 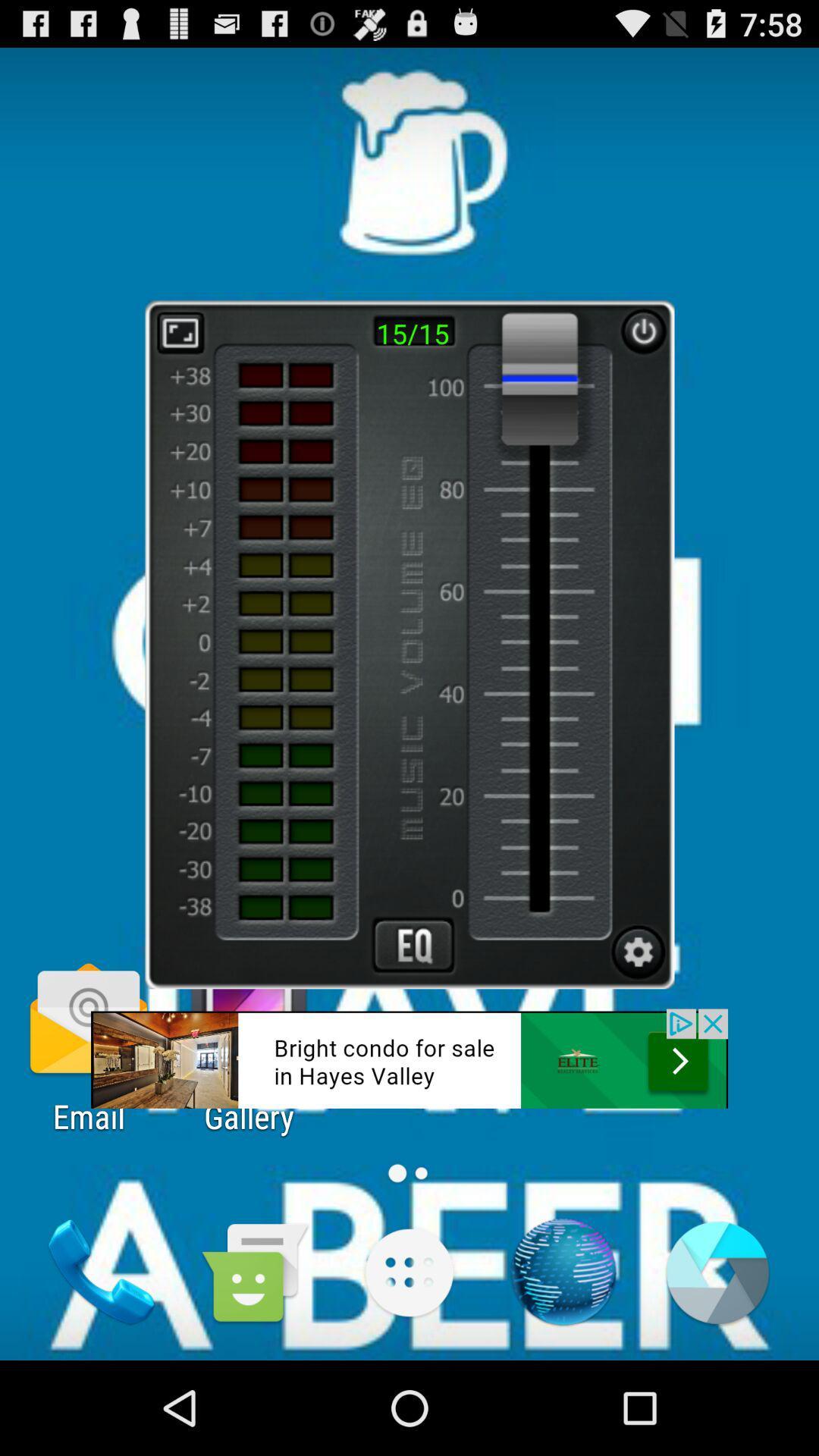 What do you see at coordinates (179, 331) in the screenshot?
I see `zoom button` at bounding box center [179, 331].